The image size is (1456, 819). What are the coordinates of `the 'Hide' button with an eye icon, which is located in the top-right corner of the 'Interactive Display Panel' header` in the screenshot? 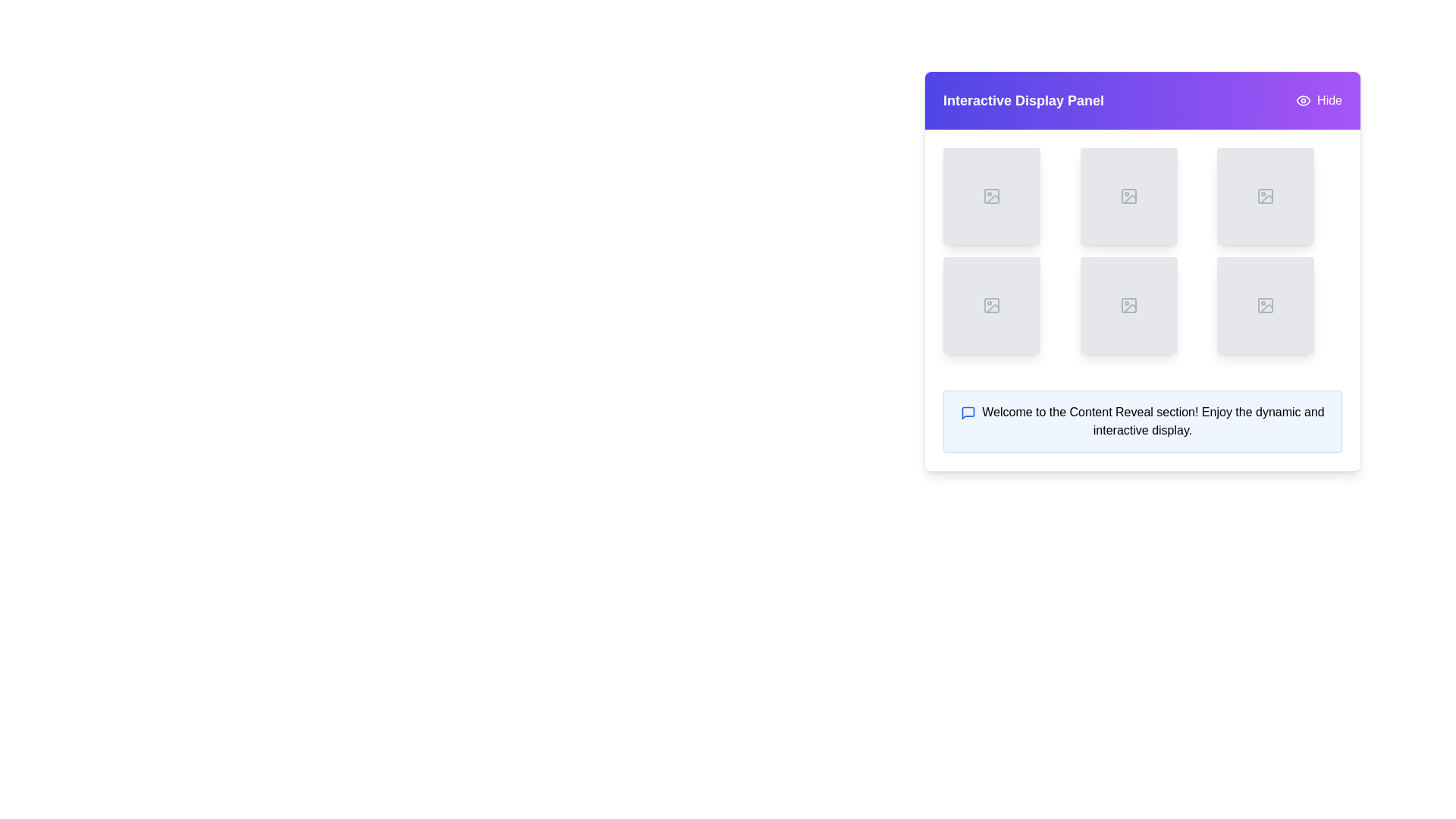 It's located at (1318, 100).